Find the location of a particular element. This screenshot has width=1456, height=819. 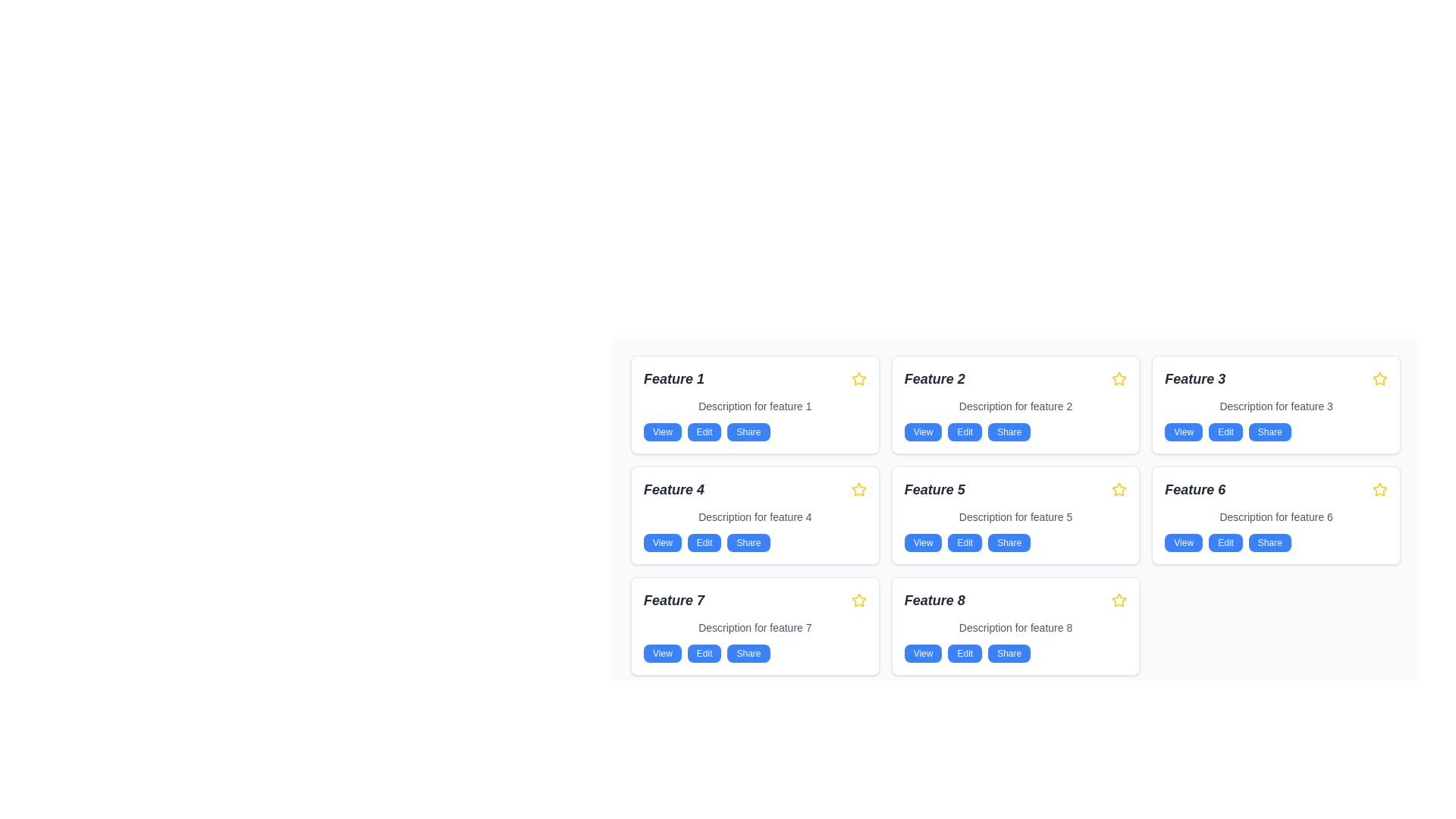

the 'Share' button located below the card titled 'Feature 1' in the first row of a grid layout is located at coordinates (748, 432).